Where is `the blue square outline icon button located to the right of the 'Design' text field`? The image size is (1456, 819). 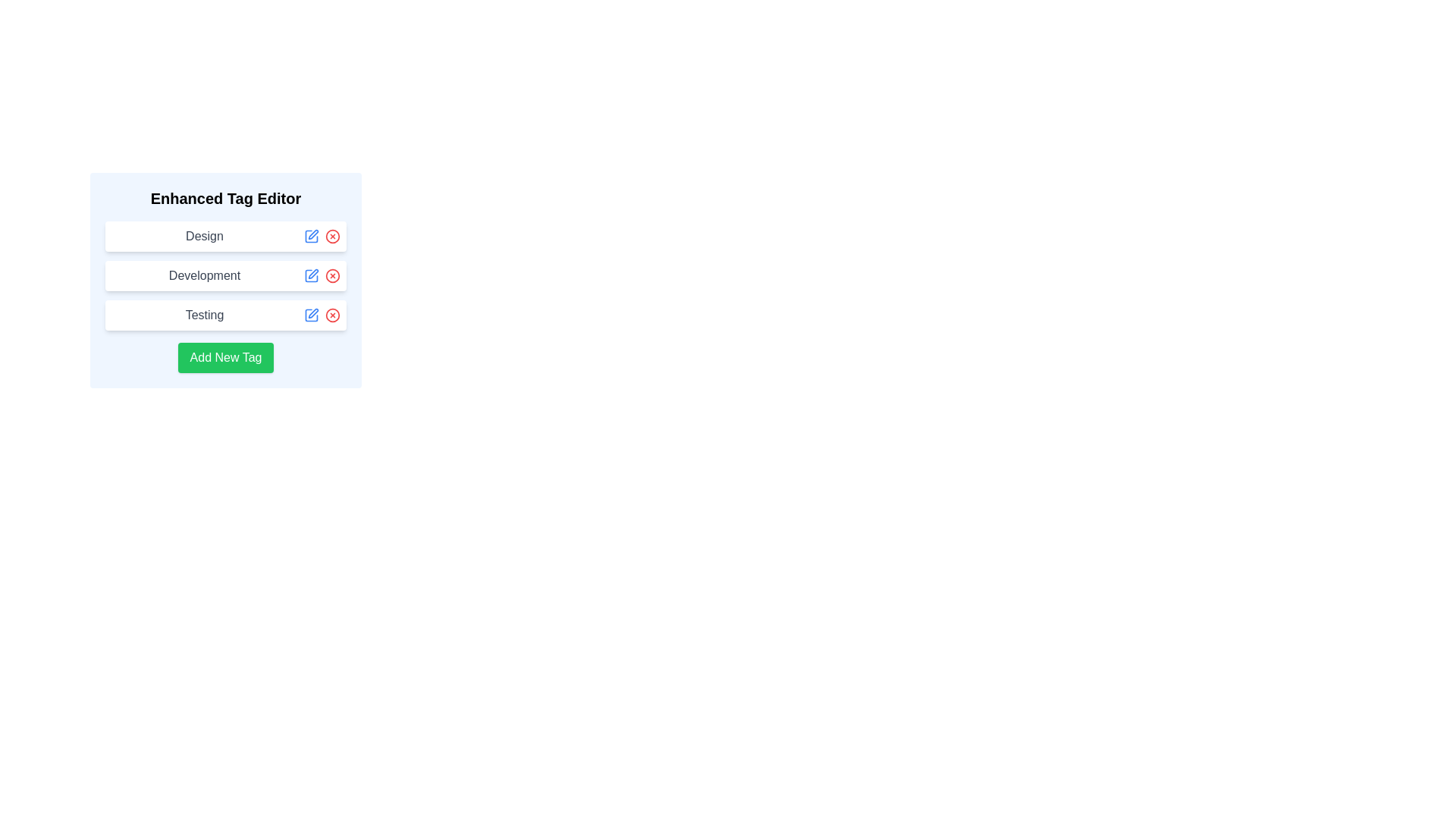
the blue square outline icon button located to the right of the 'Design' text field is located at coordinates (311, 237).